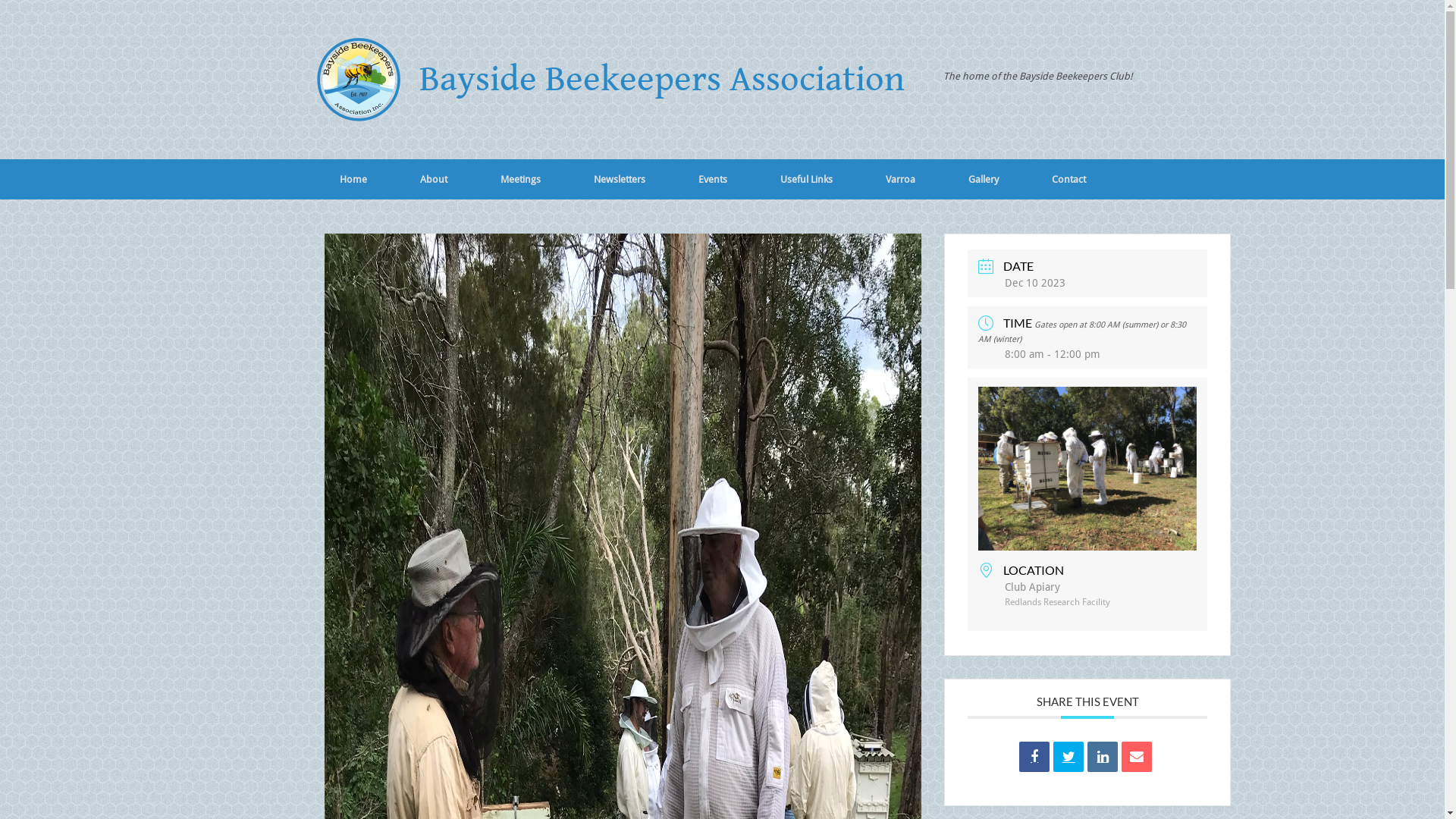 The image size is (1456, 819). Describe the element at coordinates (566, 178) in the screenshot. I see `'Newsletters'` at that location.